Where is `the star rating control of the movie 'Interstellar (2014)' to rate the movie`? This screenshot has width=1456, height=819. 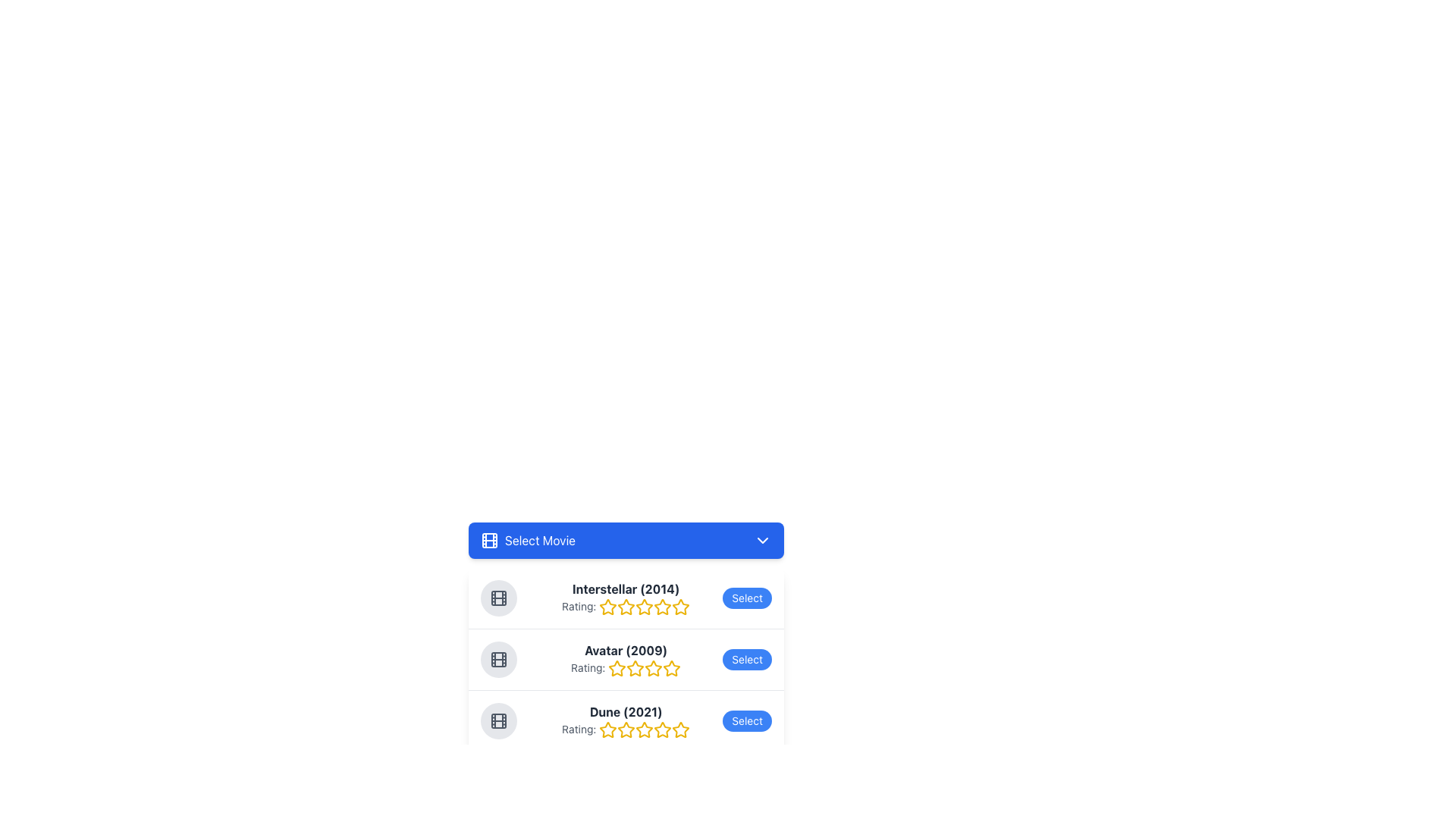 the star rating control of the movie 'Interstellar (2014)' to rate the movie is located at coordinates (626, 617).